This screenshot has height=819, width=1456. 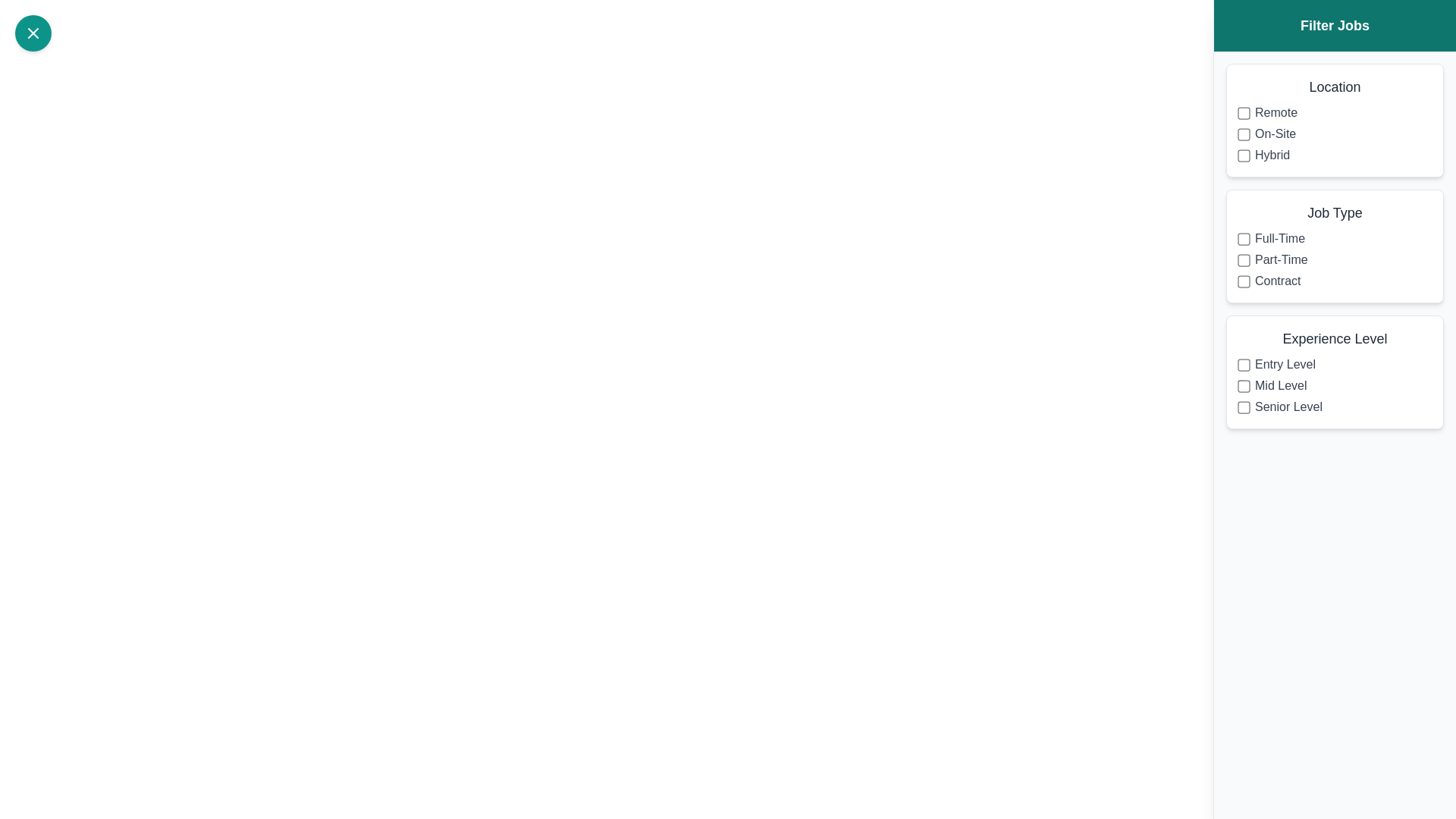 What do you see at coordinates (1244, 406) in the screenshot?
I see `the filter option Senior Level` at bounding box center [1244, 406].